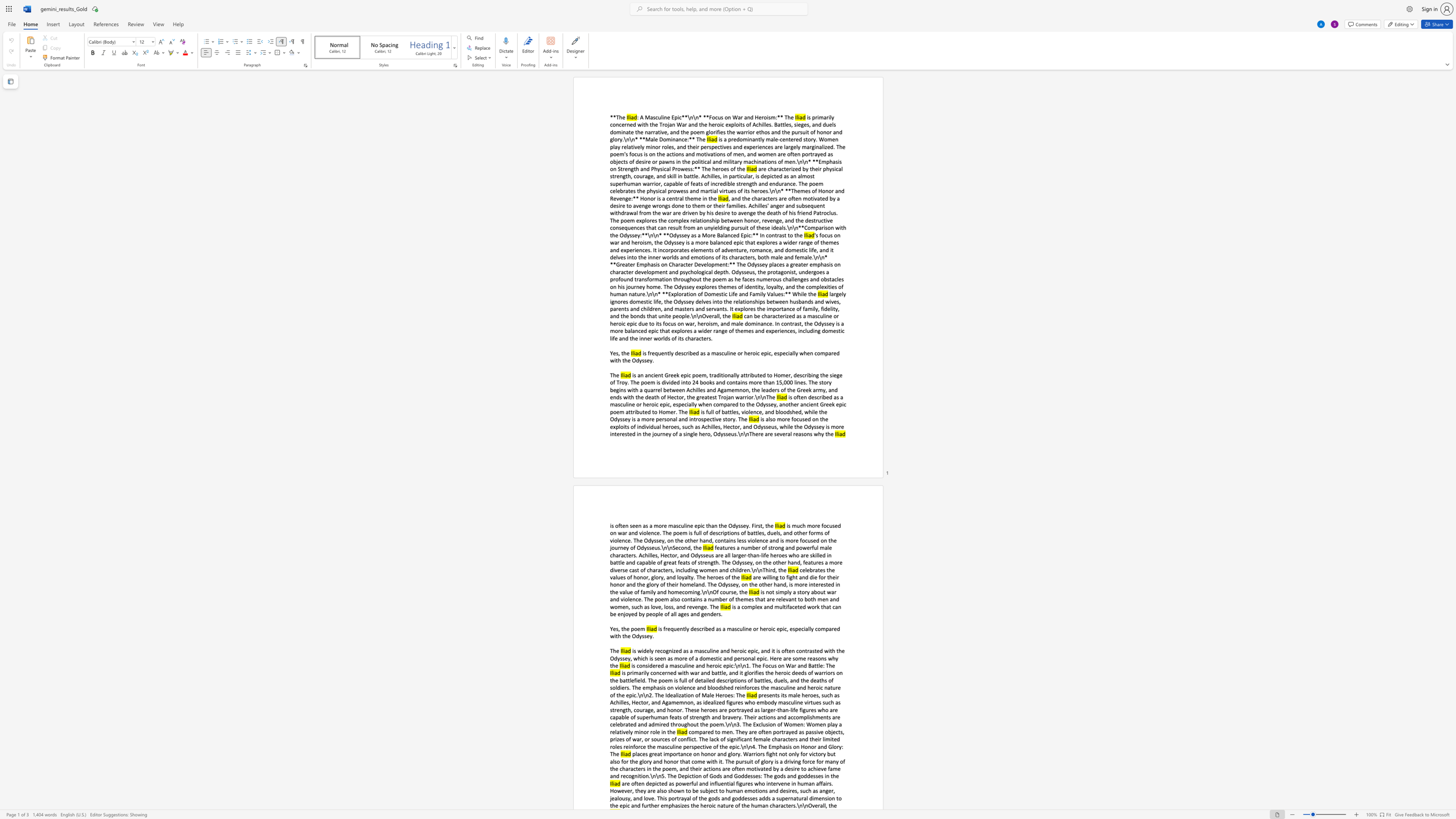 This screenshot has width=1456, height=819. Describe the element at coordinates (831, 717) in the screenshot. I see `the subset text "are celebrated and admired throughout the" within the text "presents its male heroes, such as Achilles, Hector, and Agamemnon, as idealized figures who embody masculine virtues such as strength, courage, and honor. These heroes are portrayed as larger-than-life figures who are capable of superhuman feats of strength and bravery. Their actions and accomplishments are celebrated and admired throughout the poem.\n\n3. The Exclusion of Women: Women play a relatively minor role in the"` at that location.